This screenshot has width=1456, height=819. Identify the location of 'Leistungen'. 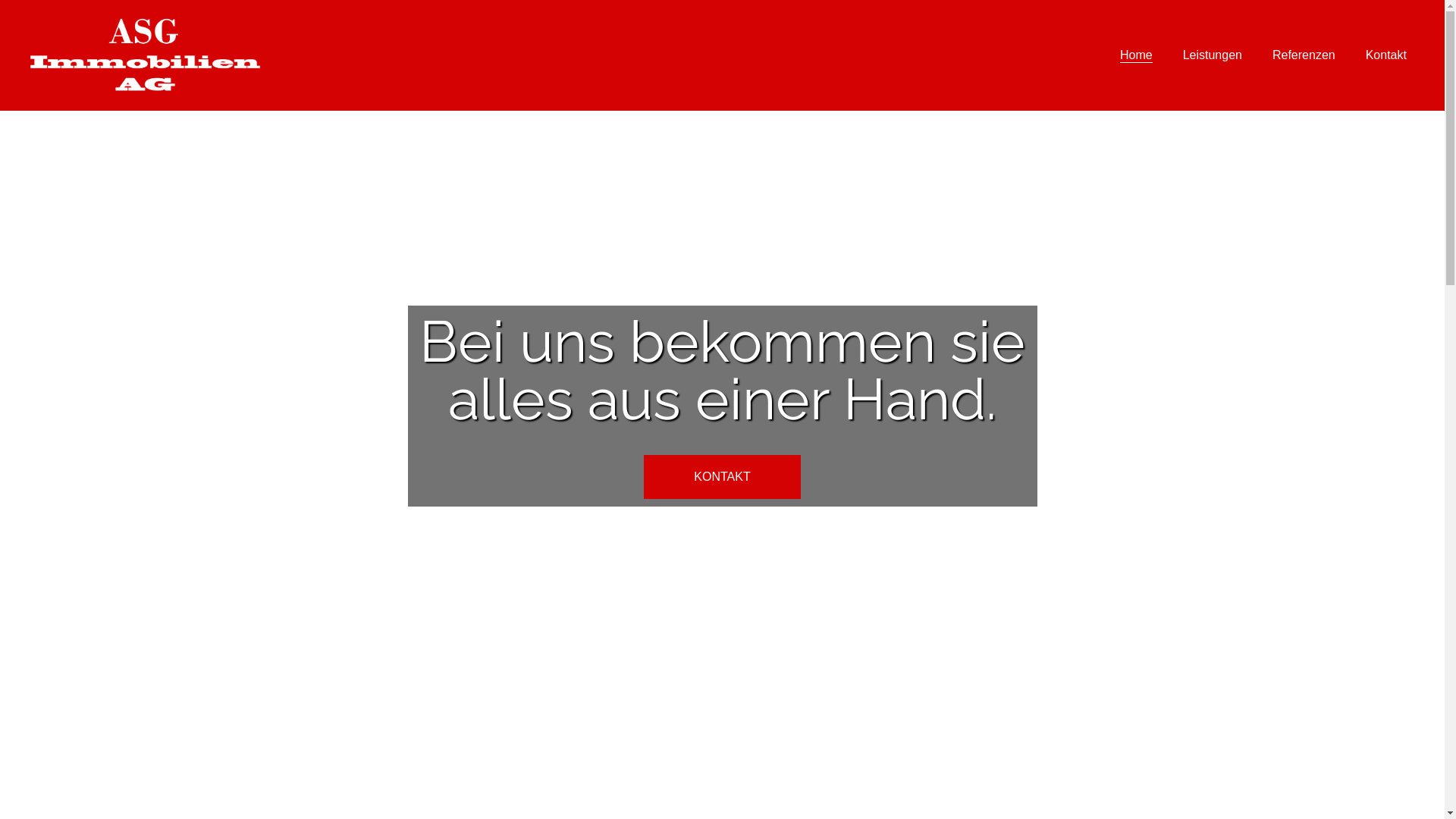
(1211, 55).